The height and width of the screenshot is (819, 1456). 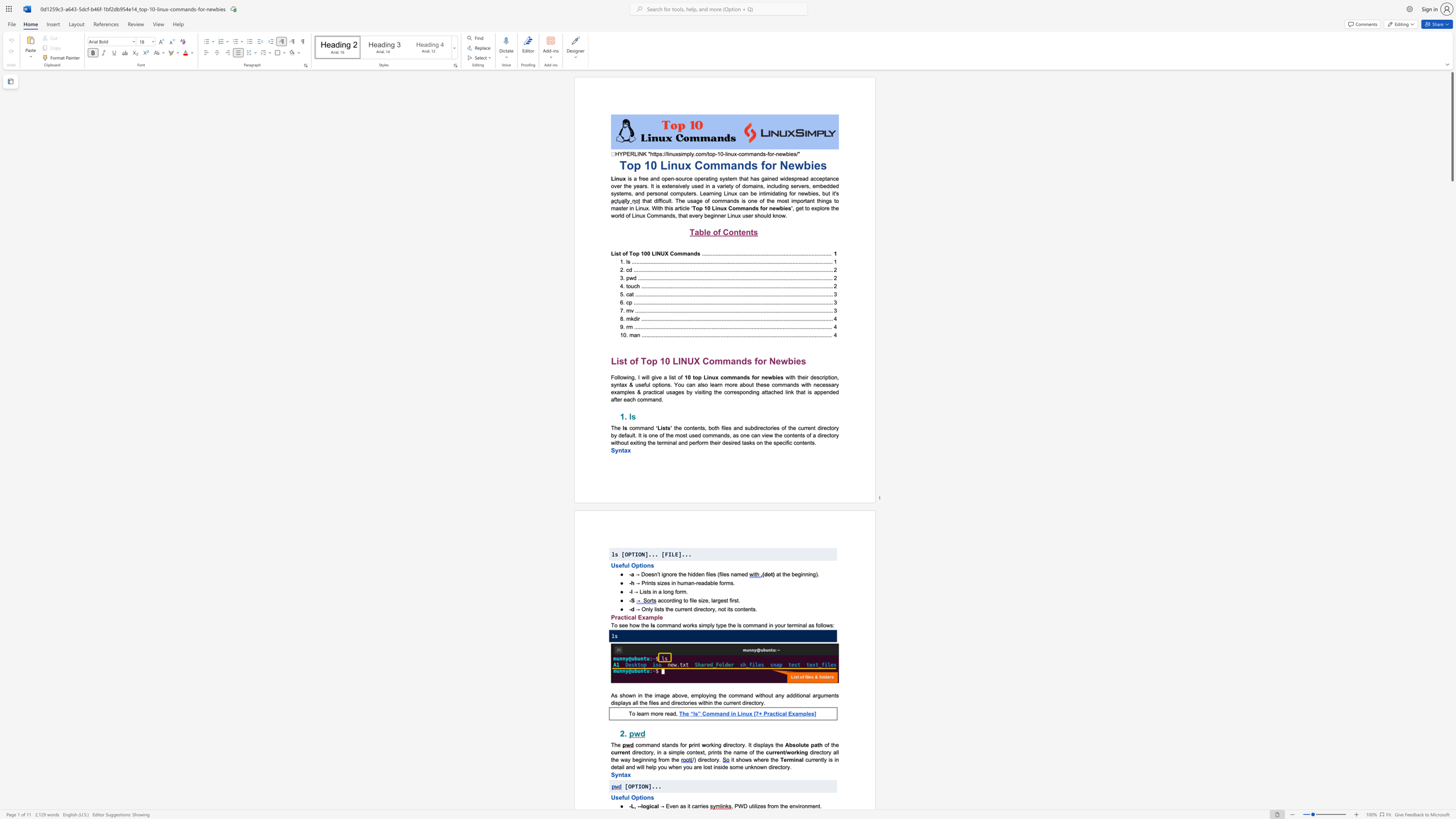 I want to click on the 1th character "c" in the text, so click(x=642, y=752).